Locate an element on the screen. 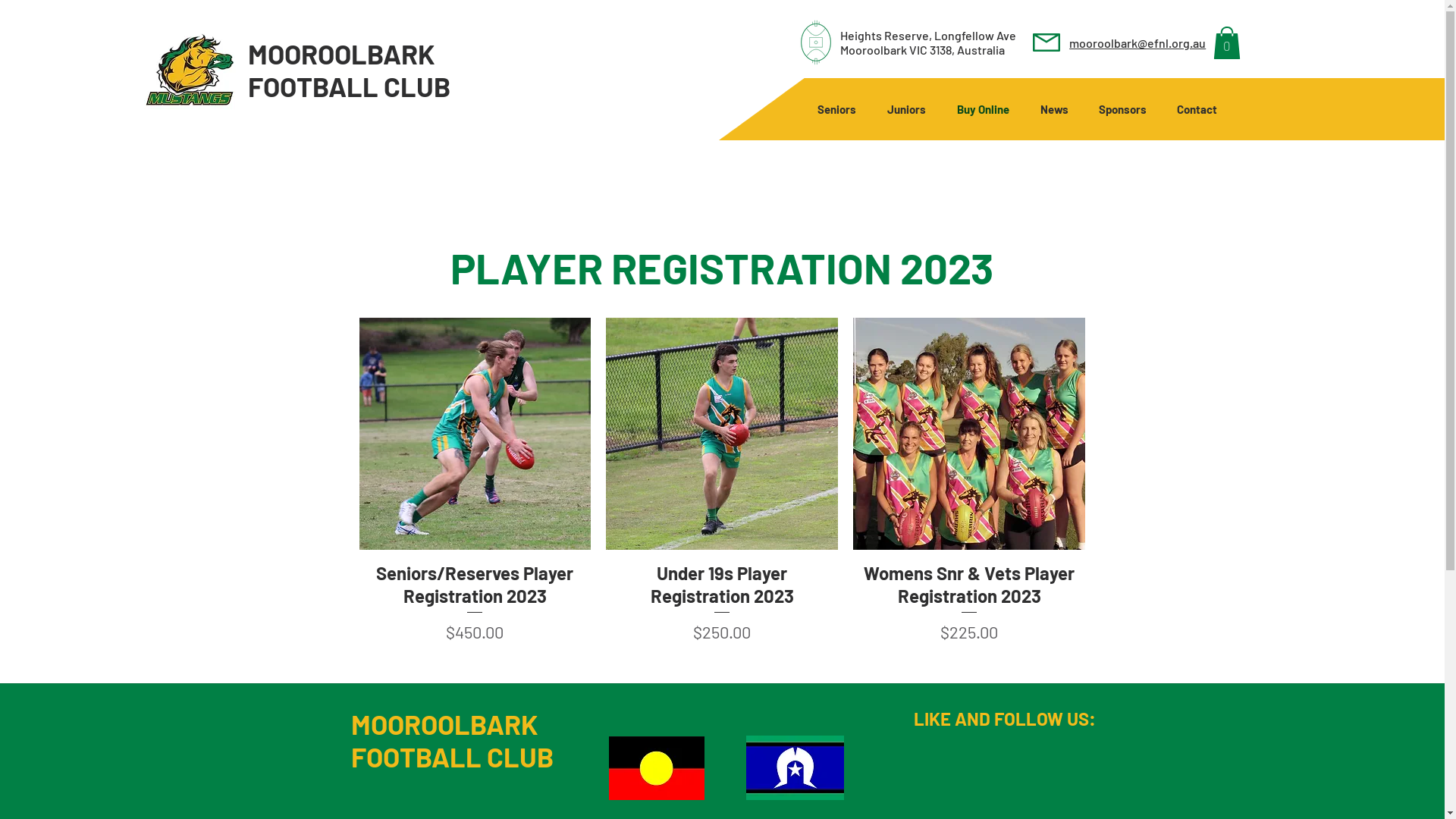  'MOOROOLBARK' is located at coordinates (340, 52).